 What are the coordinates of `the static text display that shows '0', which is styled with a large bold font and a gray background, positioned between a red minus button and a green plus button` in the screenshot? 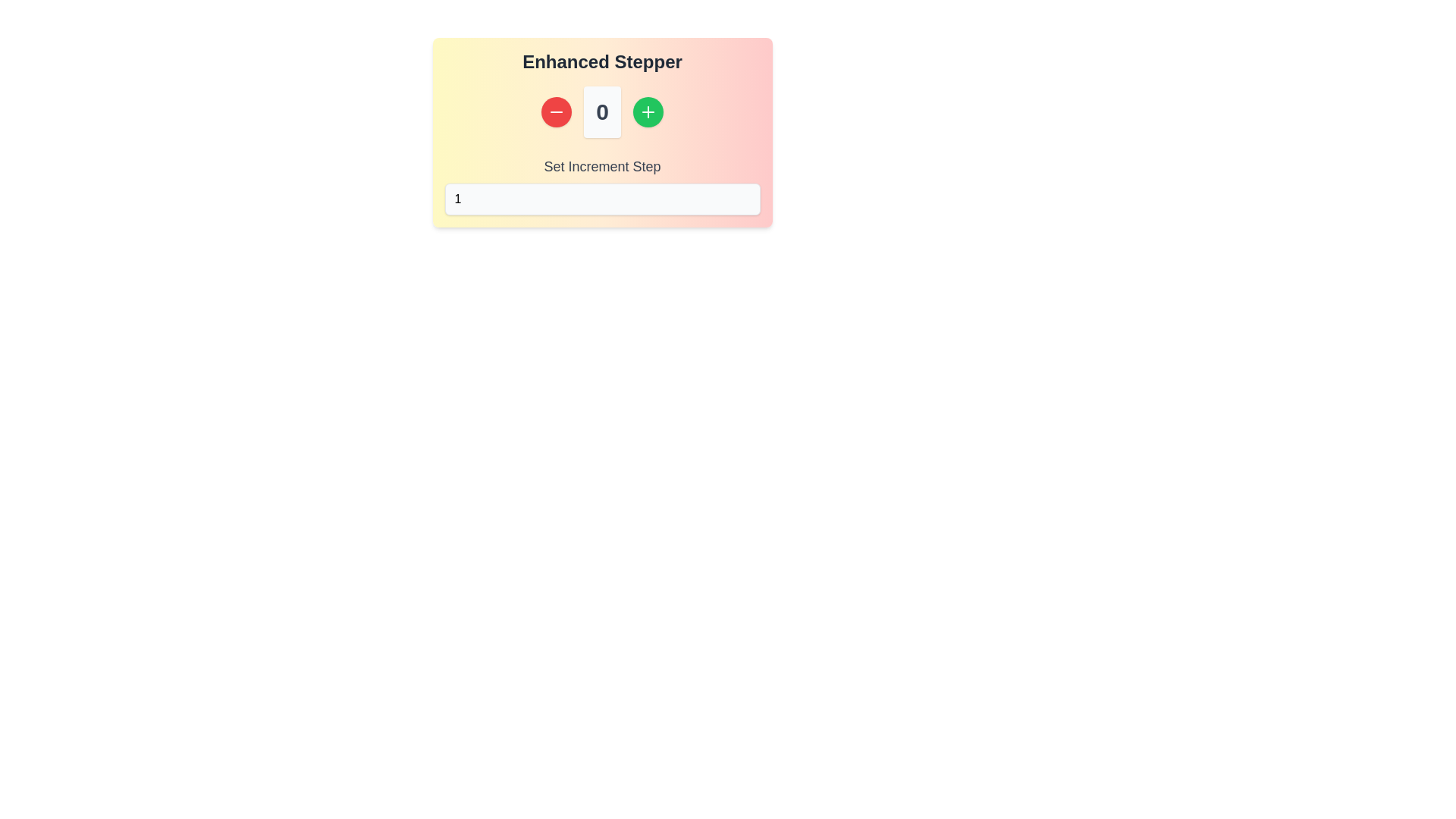 It's located at (601, 111).